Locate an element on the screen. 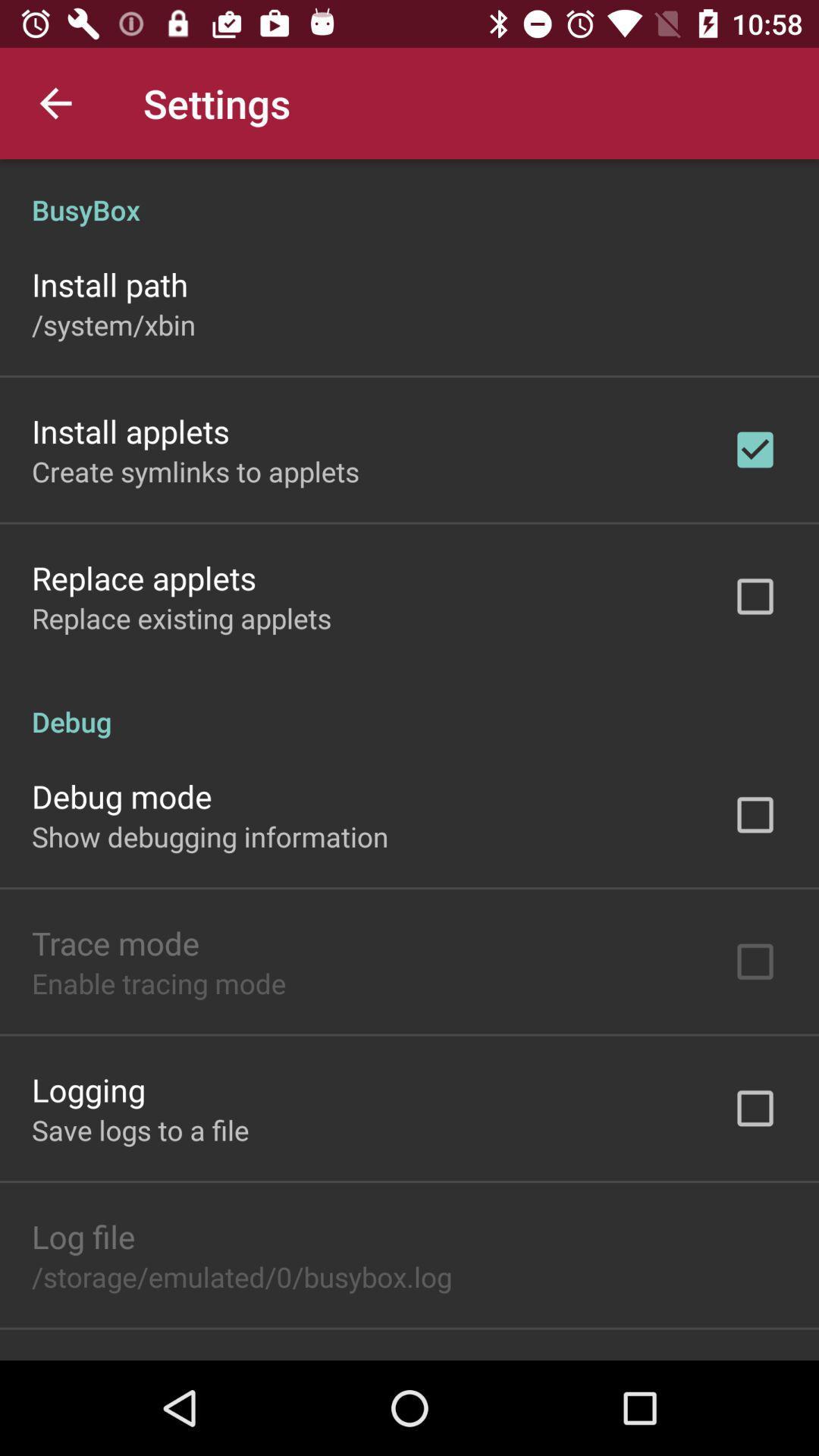  the icon above the storage emulated 0 item is located at coordinates (83, 1236).